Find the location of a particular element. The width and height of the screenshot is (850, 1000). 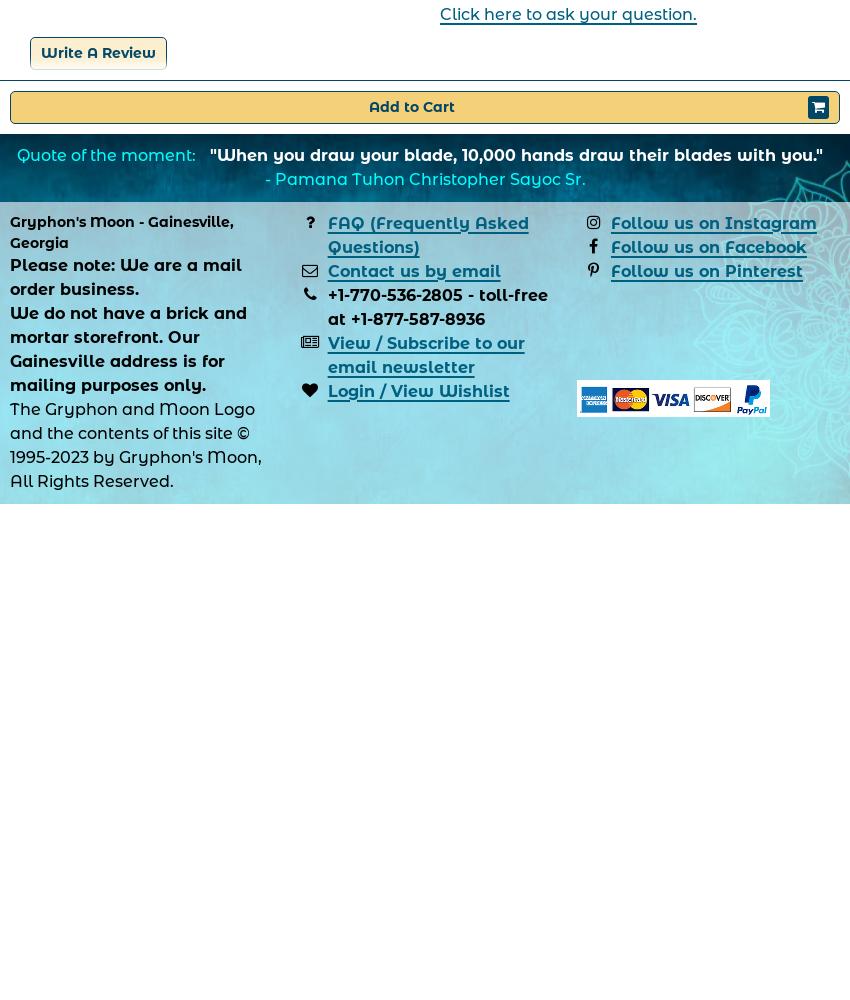

'Follow us on Pinterest' is located at coordinates (705, 270).